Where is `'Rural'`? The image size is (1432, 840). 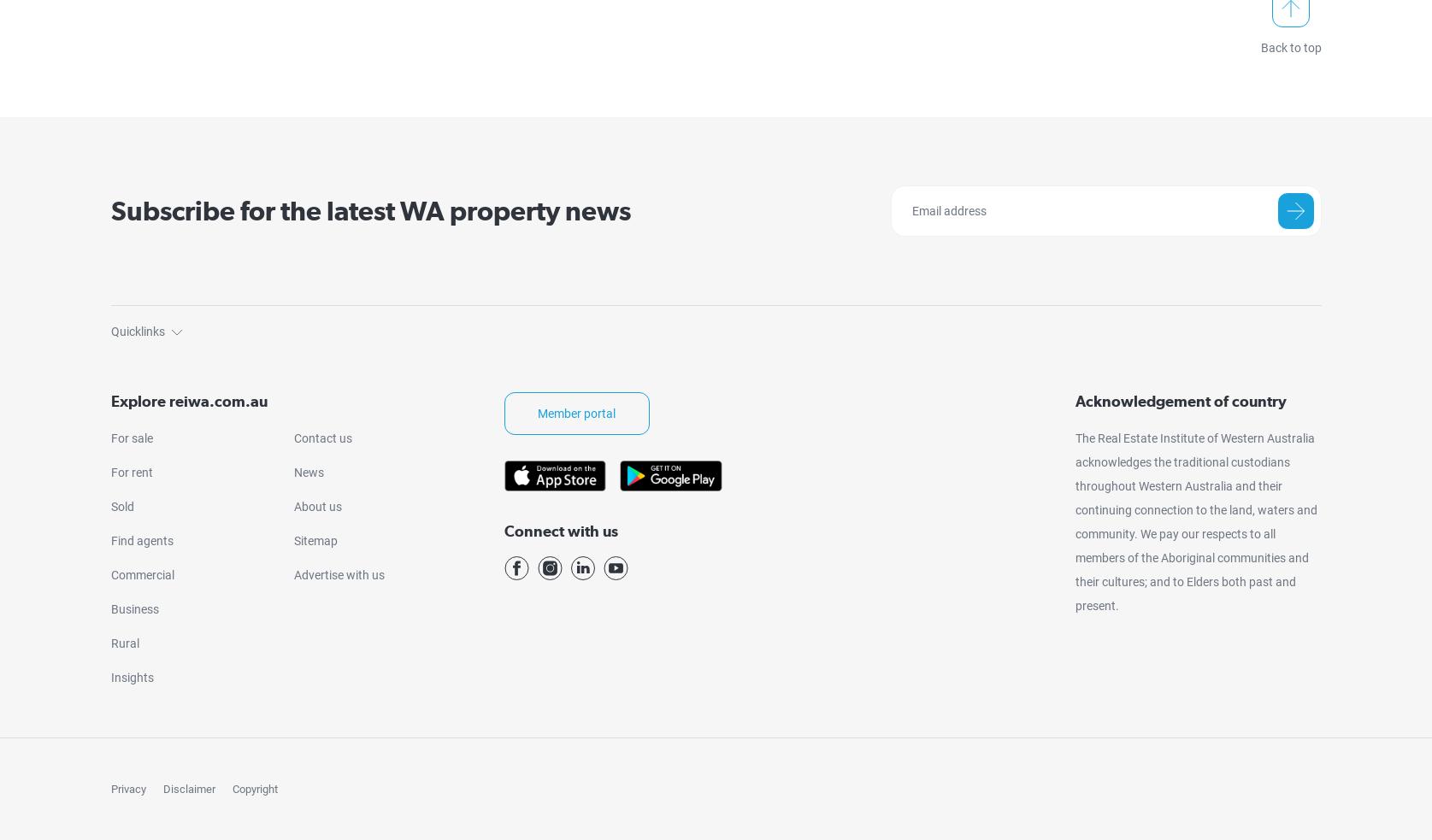
'Rural' is located at coordinates (109, 641).